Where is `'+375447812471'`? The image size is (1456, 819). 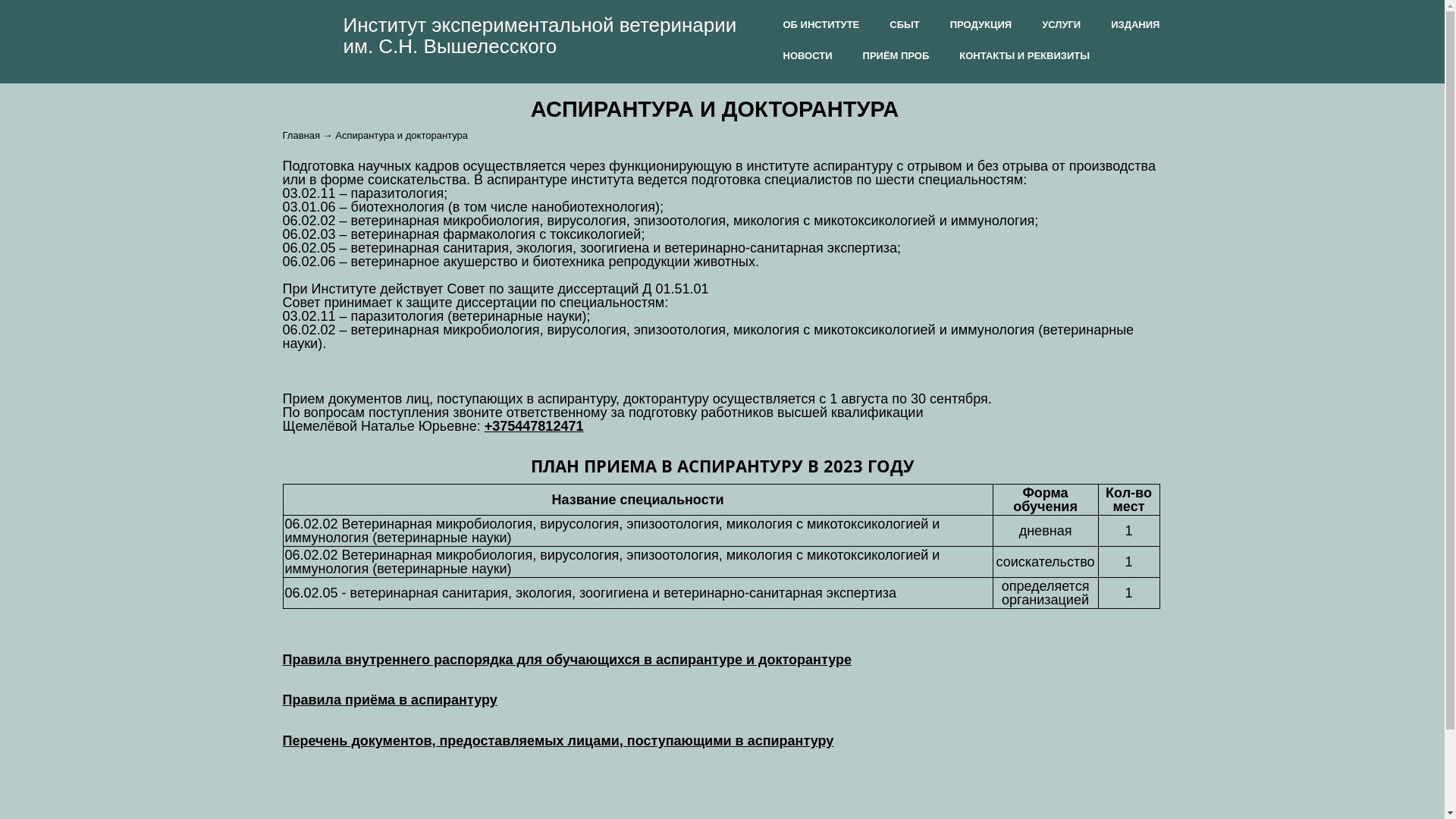
'+375447812471' is located at coordinates (483, 426).